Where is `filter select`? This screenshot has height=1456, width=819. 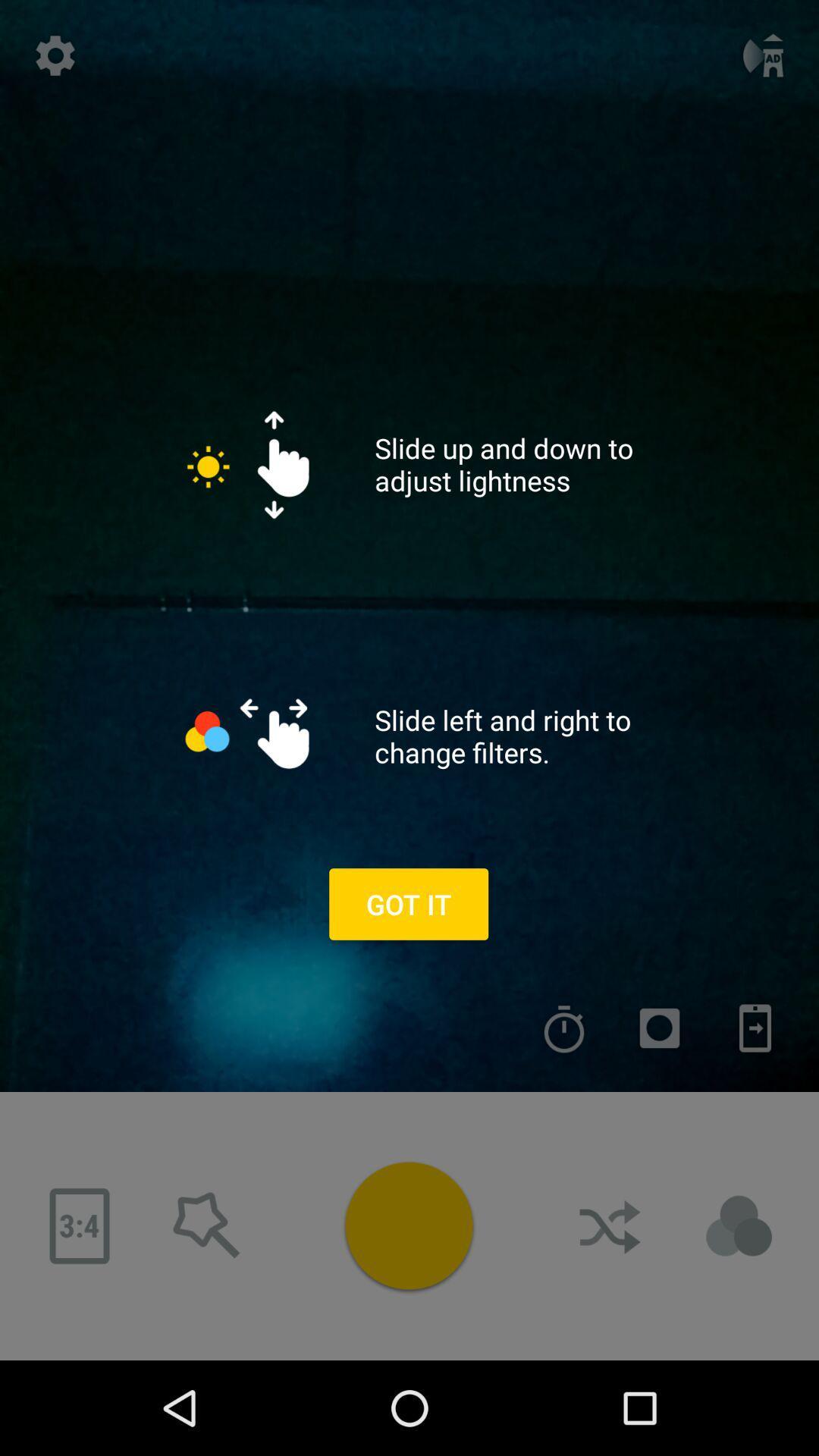 filter select is located at coordinates (659, 1028).